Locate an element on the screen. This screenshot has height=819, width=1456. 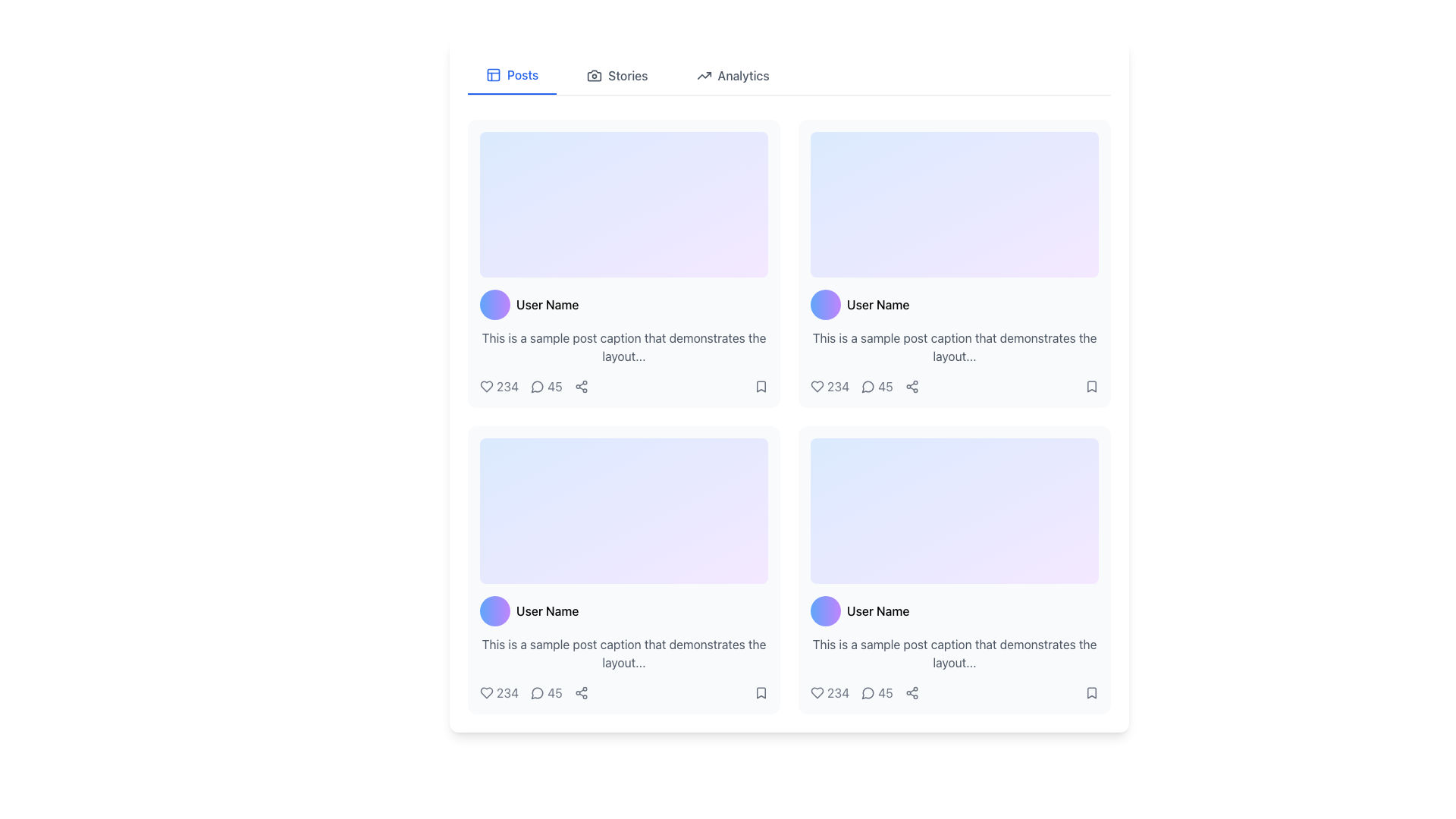
the share button, which is the third icon in a row of interactive elements in the footer section of a content card, located directly to the right of the comment count indicator showing '45' is located at coordinates (911, 693).